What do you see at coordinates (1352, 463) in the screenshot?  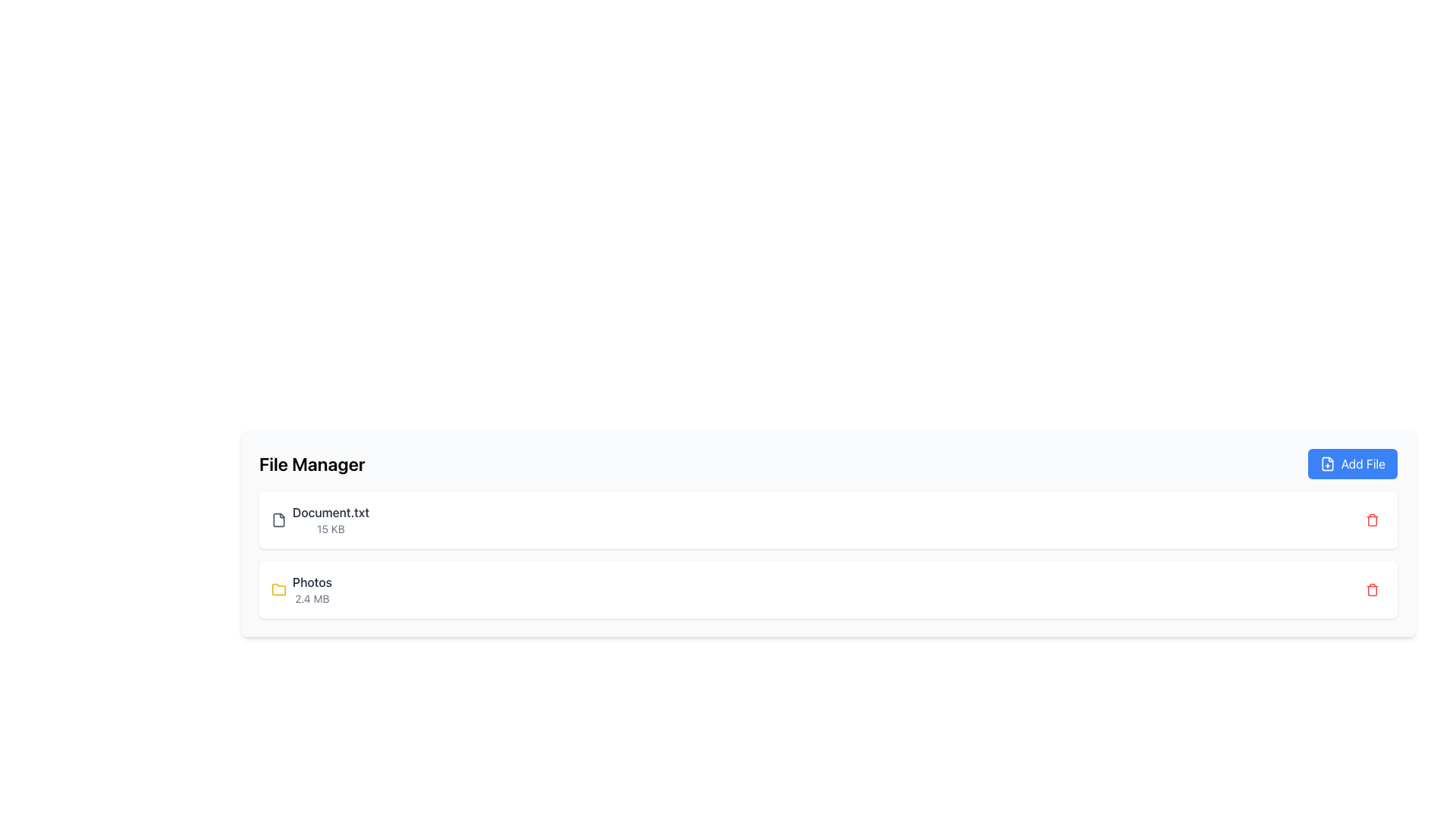 I see `the 'Add File' button located at the top-right corner of the 'File Manager' interface to initiate the file addition process` at bounding box center [1352, 463].